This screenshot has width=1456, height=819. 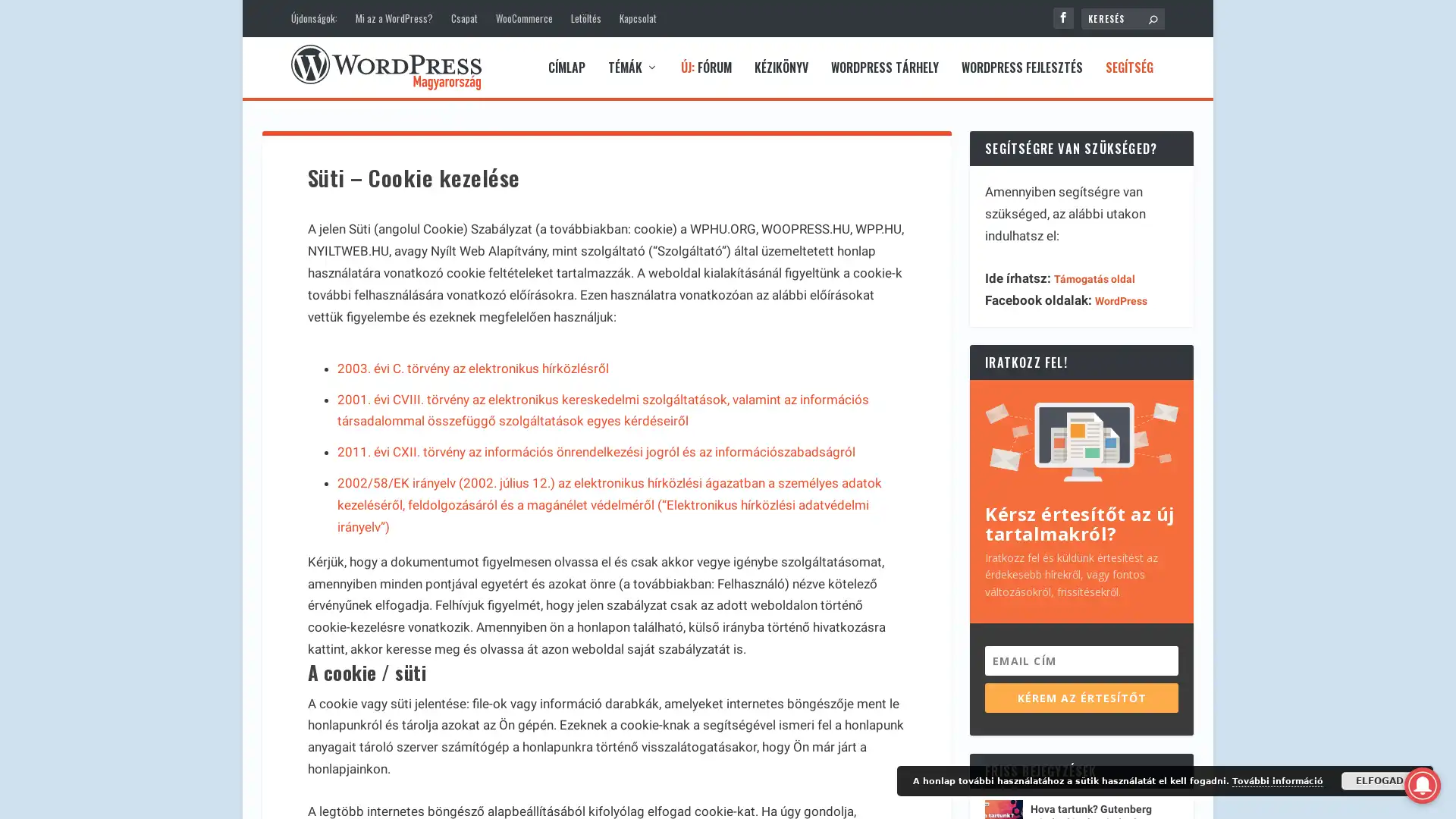 I want to click on ELFOGAD, so click(x=1379, y=780).